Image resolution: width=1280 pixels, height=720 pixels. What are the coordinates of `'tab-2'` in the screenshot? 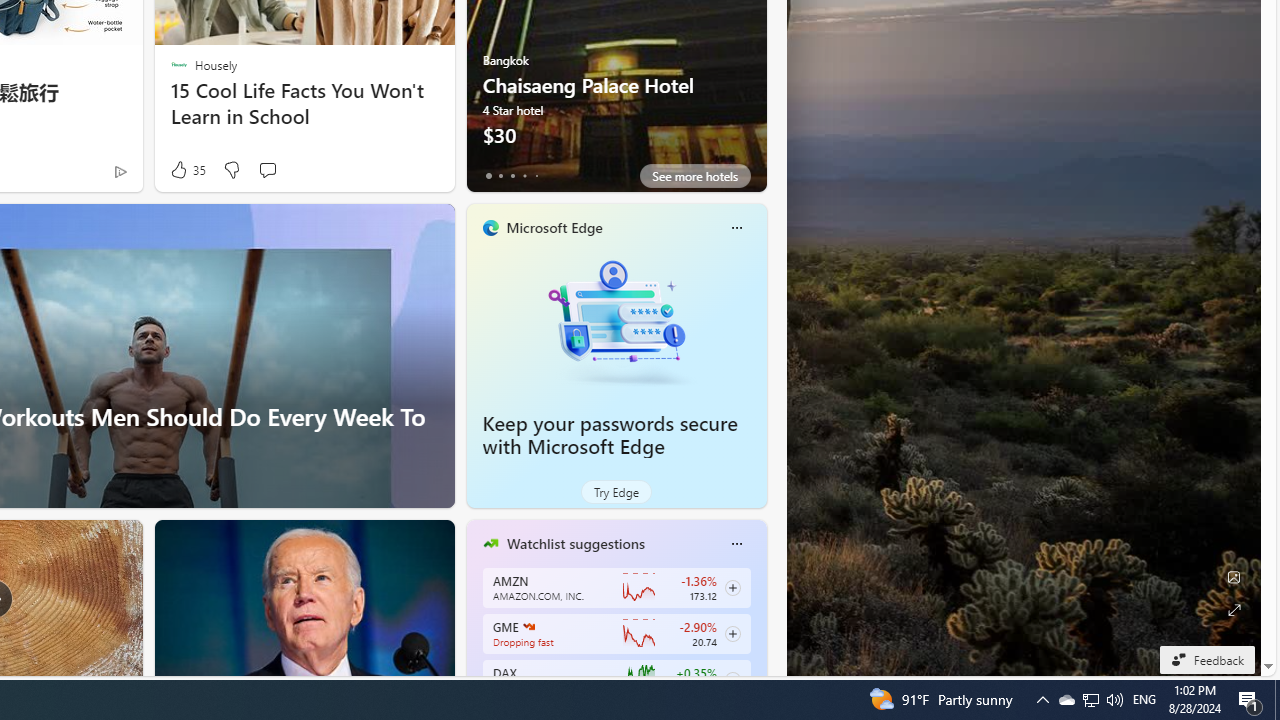 It's located at (512, 175).